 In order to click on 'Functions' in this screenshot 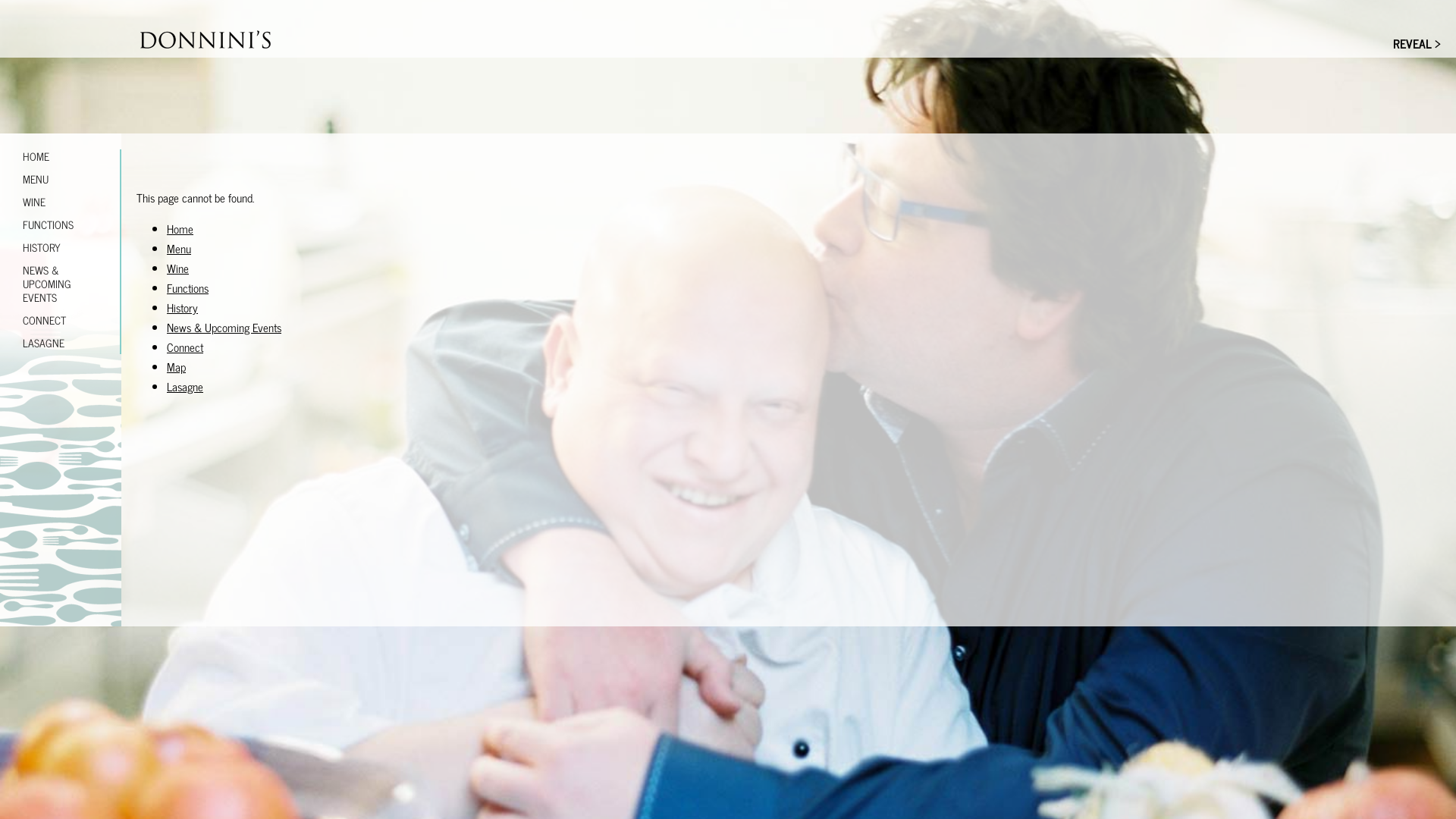, I will do `click(187, 287)`.